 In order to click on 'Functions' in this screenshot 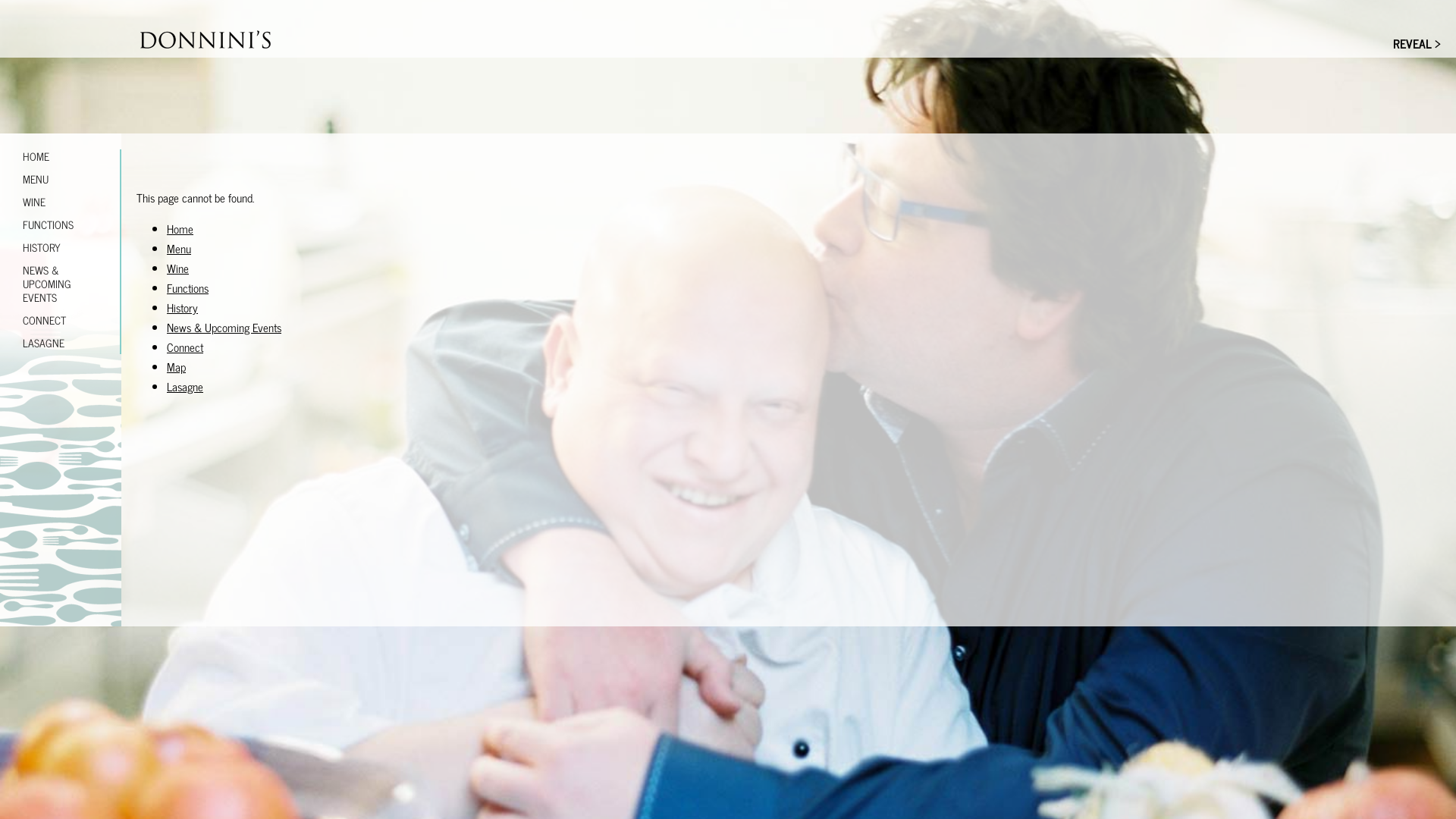, I will do `click(187, 287)`.